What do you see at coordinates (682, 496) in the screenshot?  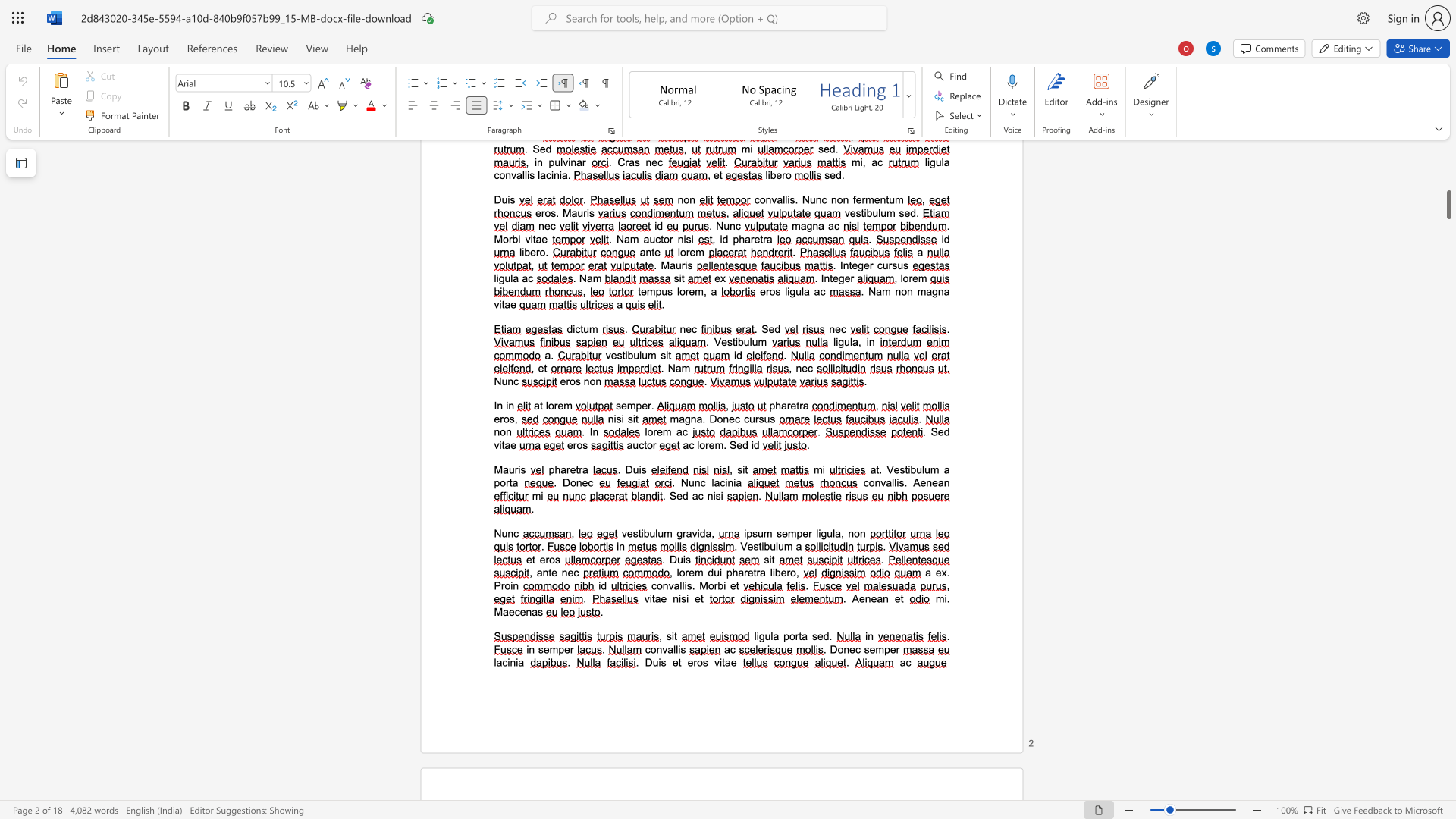 I see `the space between the continuous character "e" and "d" in the text` at bounding box center [682, 496].